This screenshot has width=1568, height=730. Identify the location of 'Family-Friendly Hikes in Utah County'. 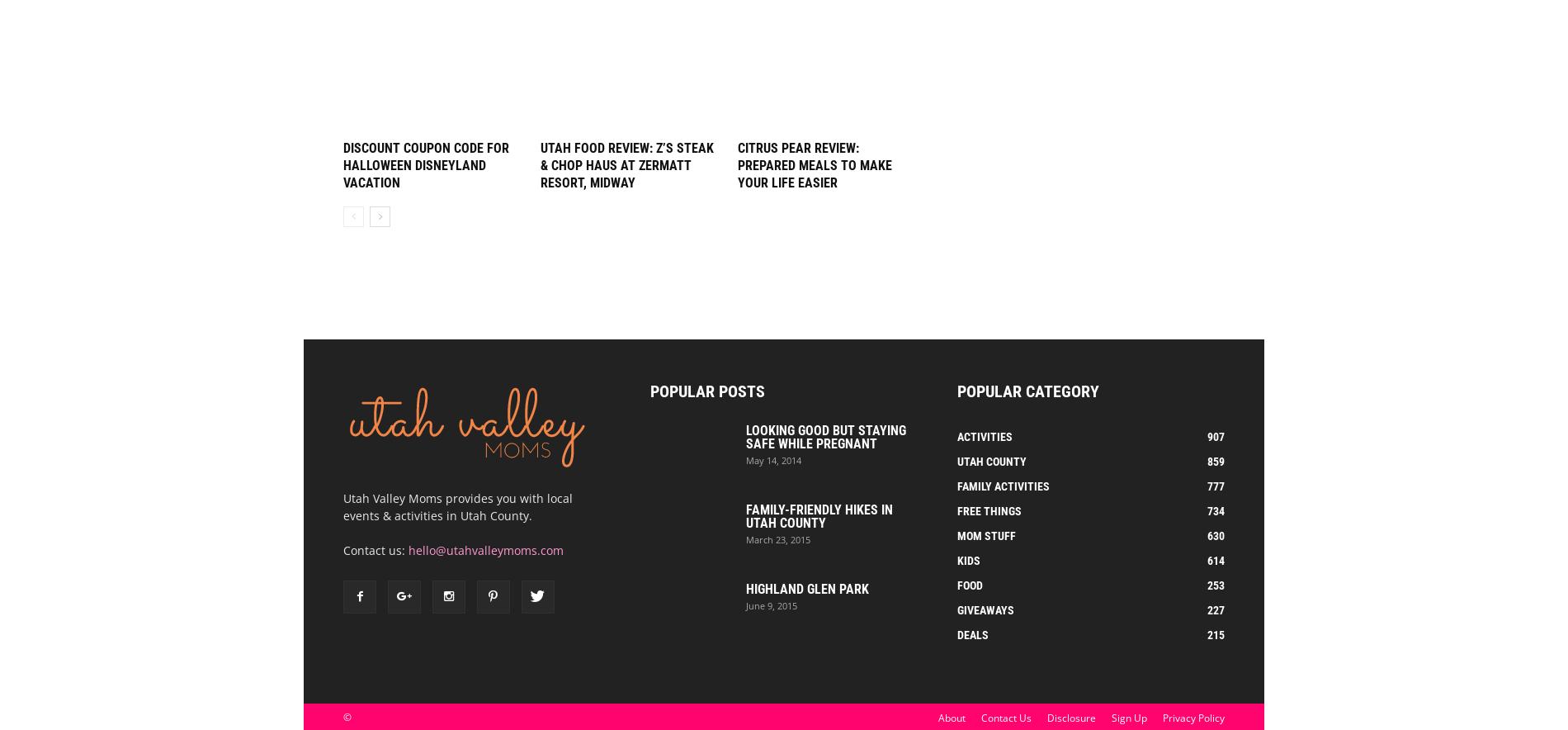
(745, 516).